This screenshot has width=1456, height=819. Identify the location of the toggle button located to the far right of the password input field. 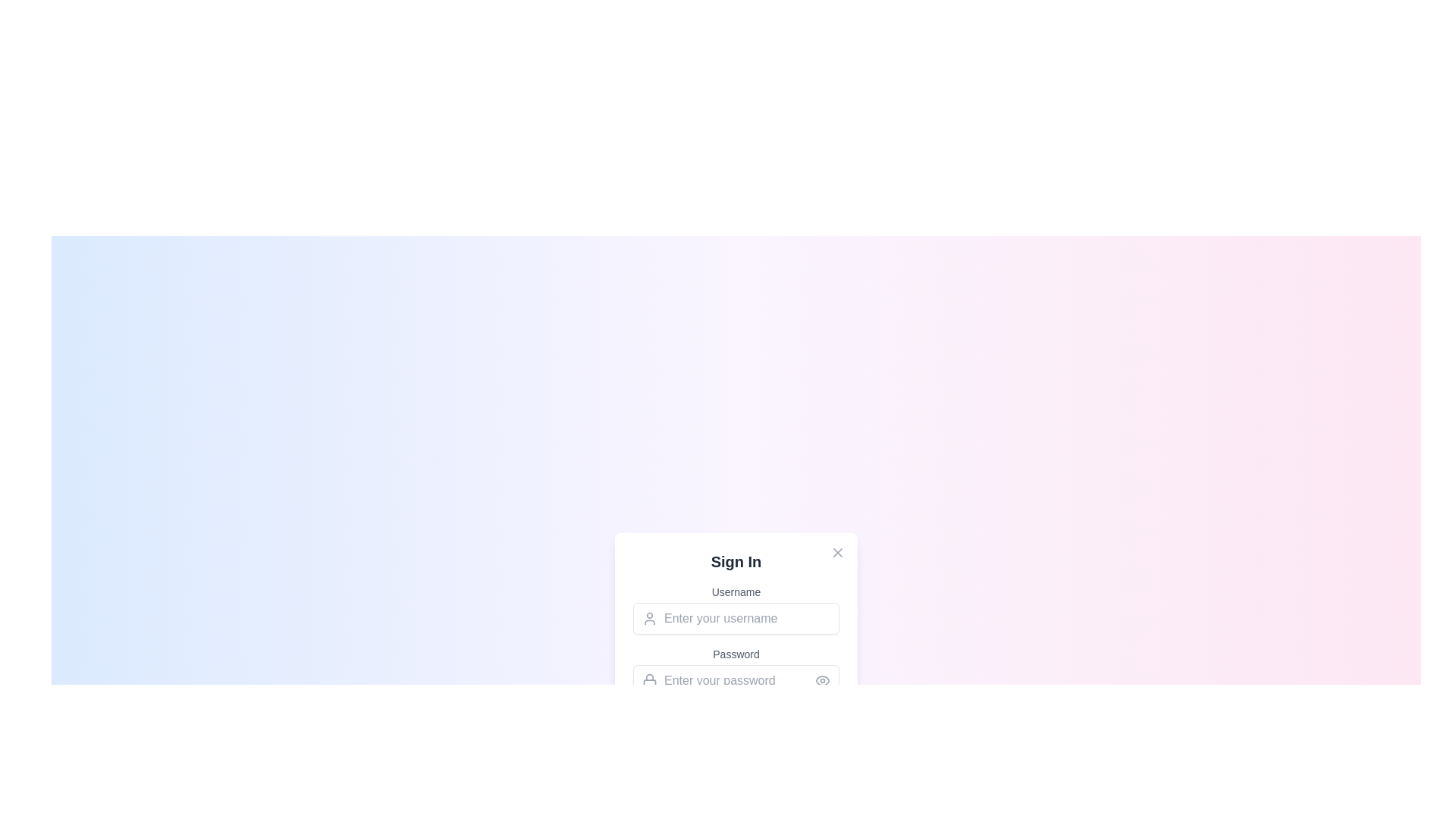
(821, 680).